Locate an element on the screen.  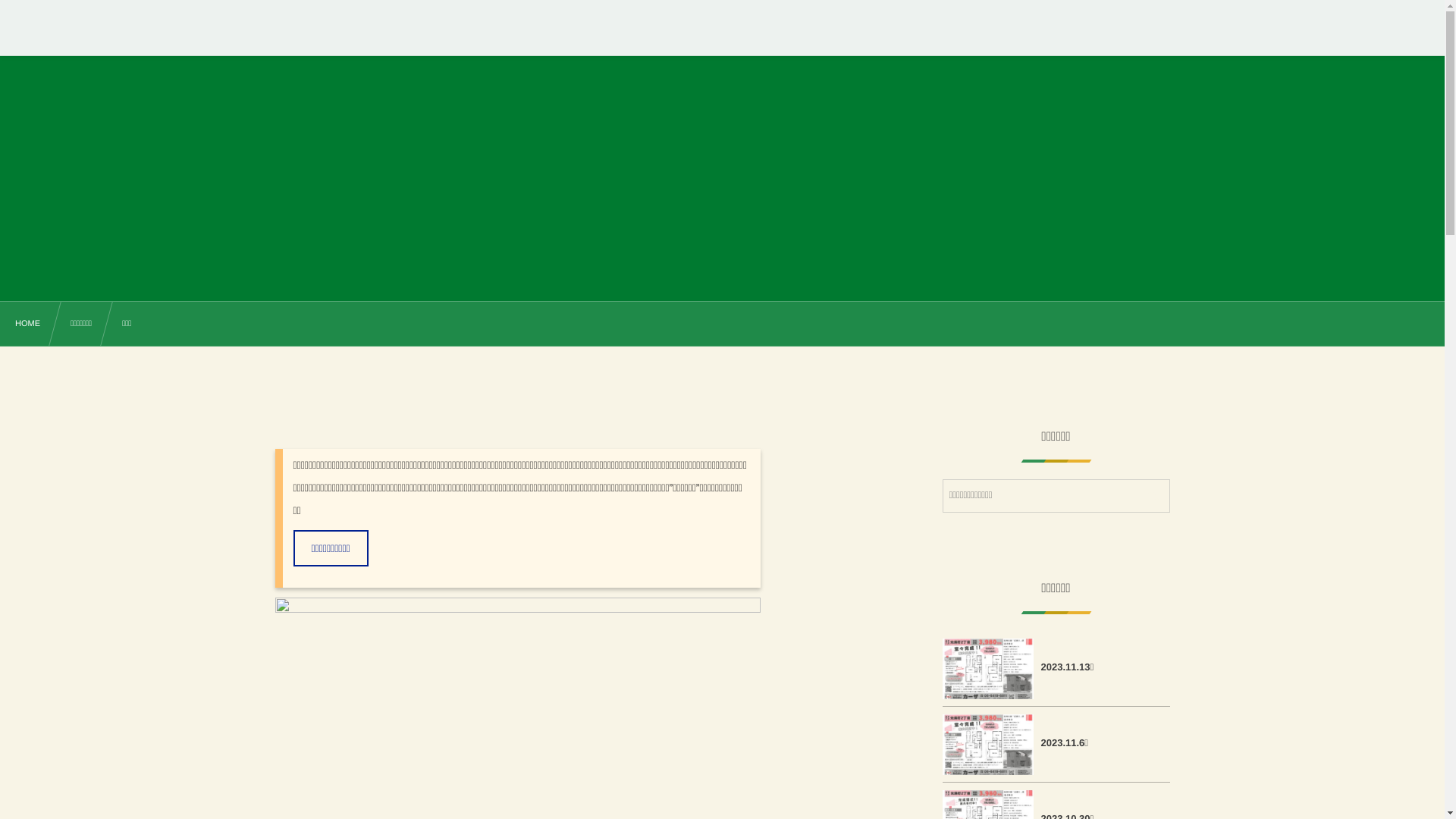
'HOME' is located at coordinates (27, 324).